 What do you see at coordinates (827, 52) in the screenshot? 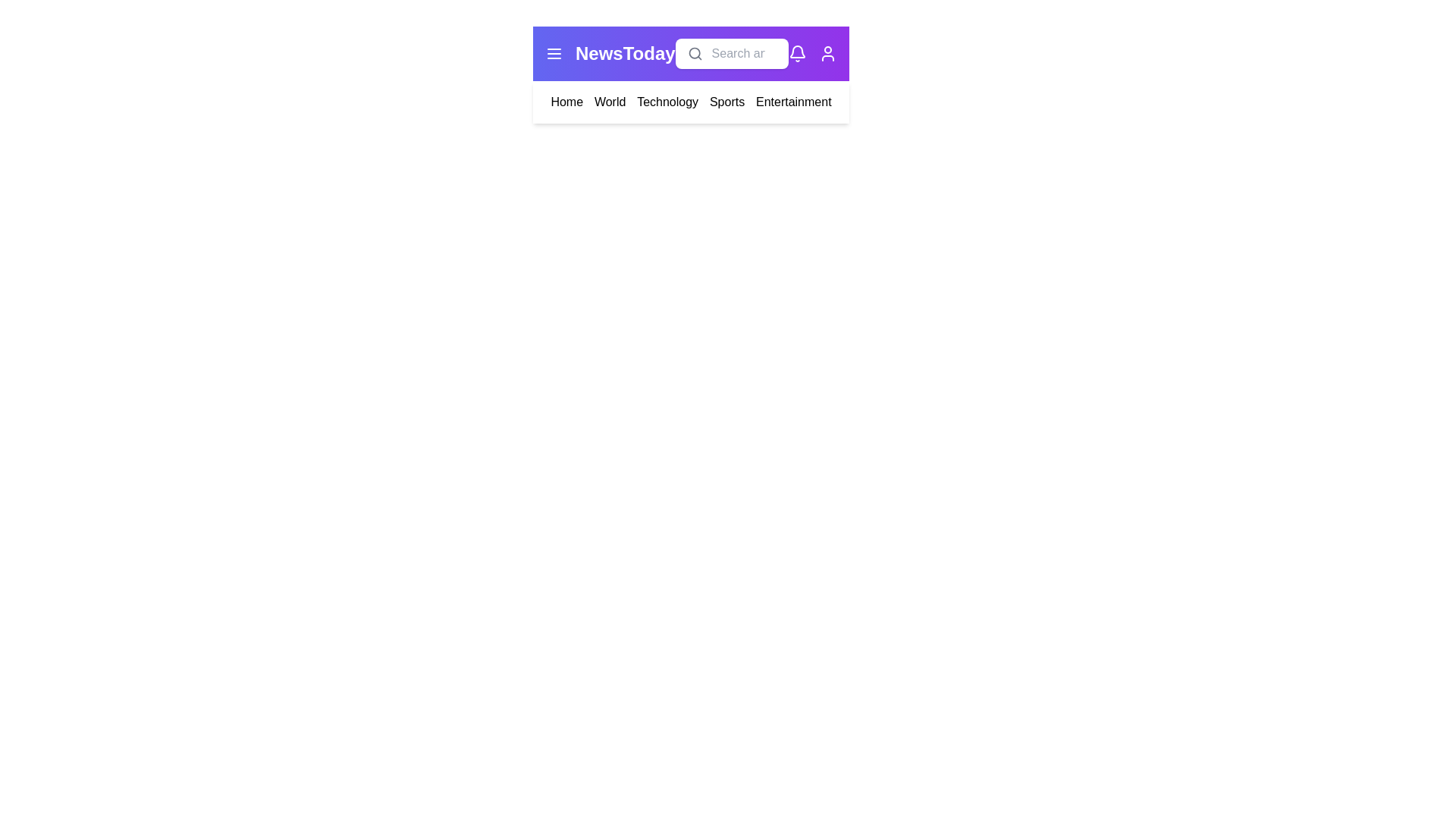
I see `the user icon to access user profile options` at bounding box center [827, 52].